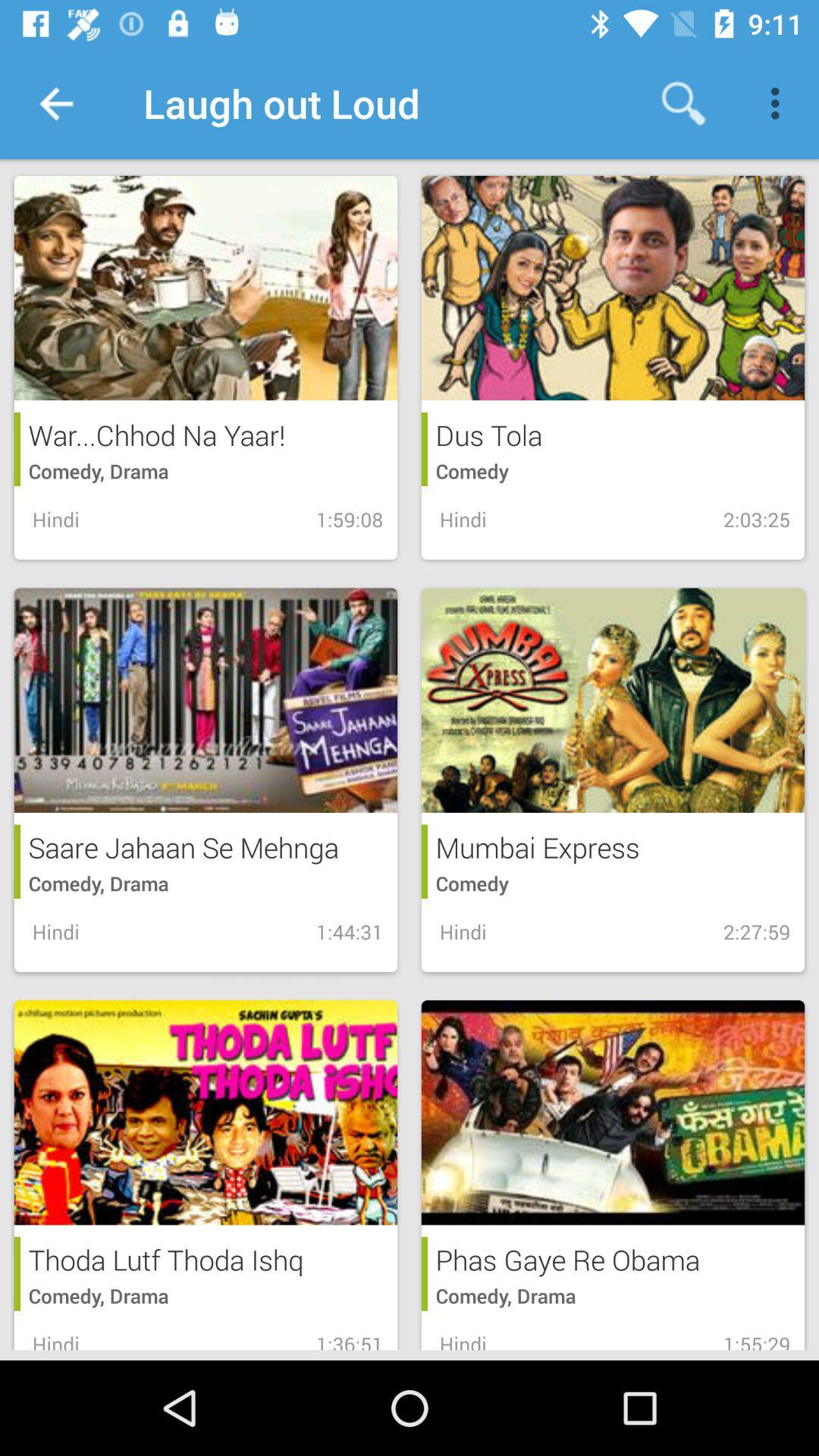 The image size is (819, 1456). Describe the element at coordinates (683, 102) in the screenshot. I see `the item next to laugh out loud  icon` at that location.